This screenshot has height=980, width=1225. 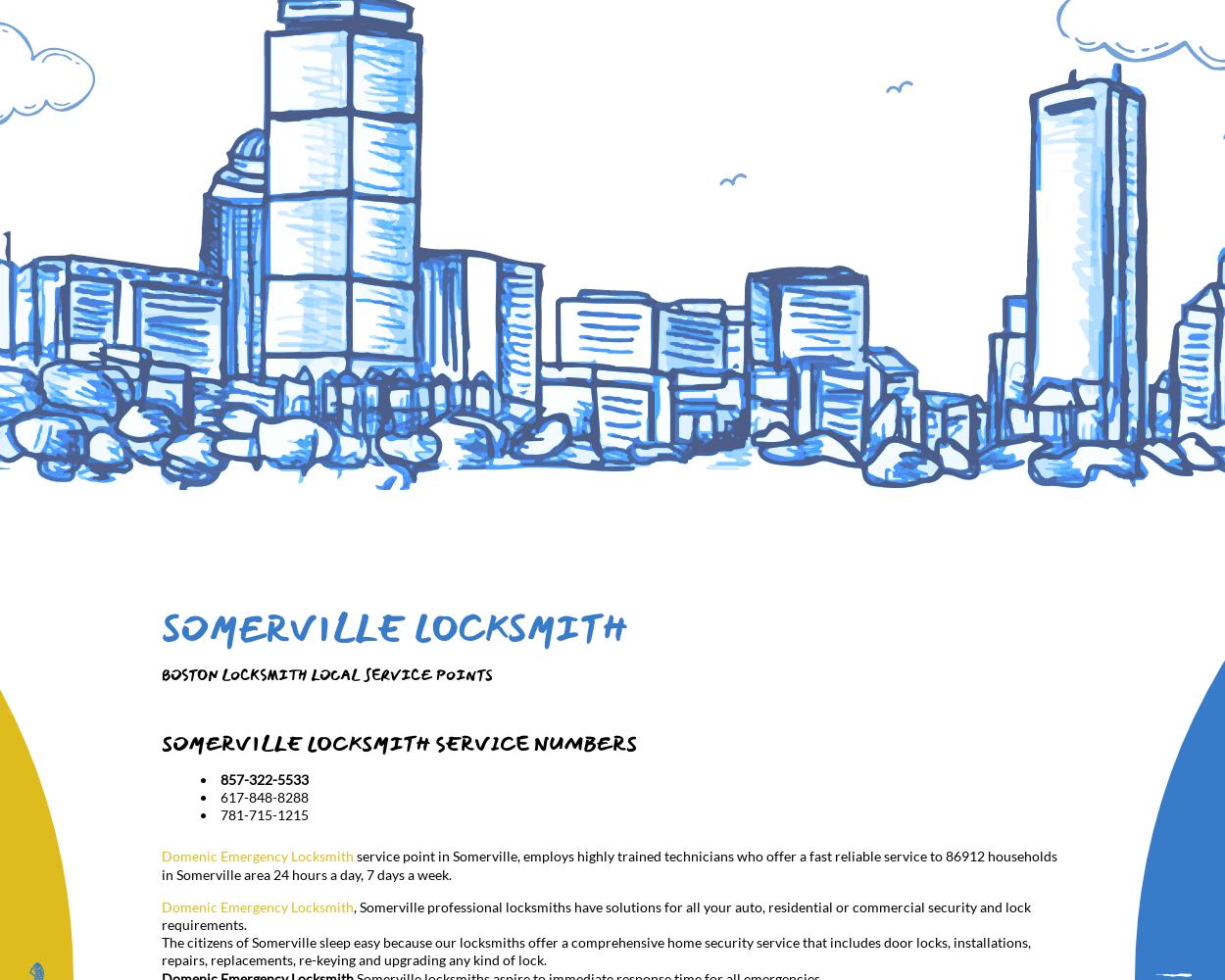 I want to click on 'Boston Locksmith Local Service Points', so click(x=162, y=674).